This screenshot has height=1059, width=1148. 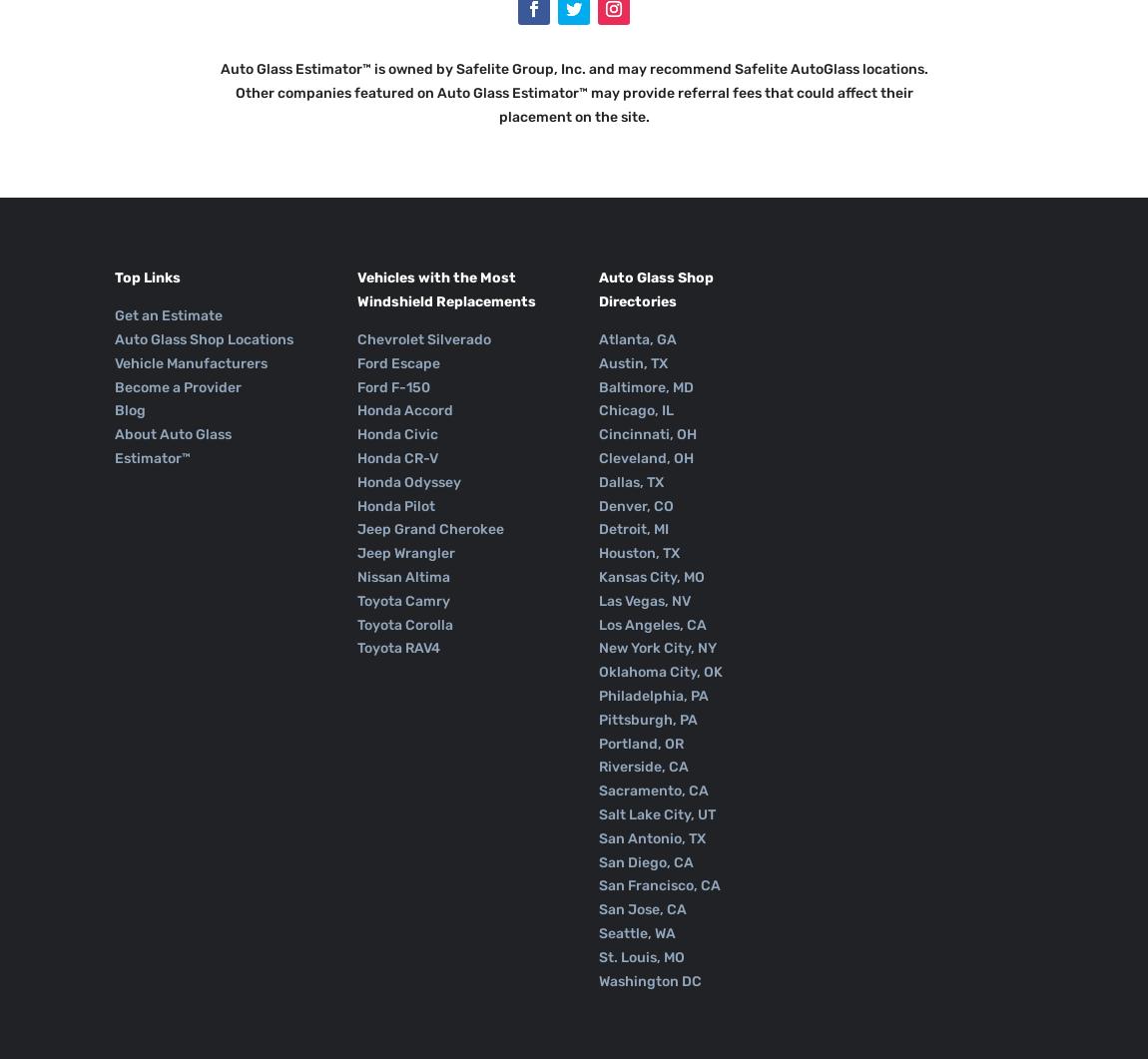 I want to click on 'About Auto Glass Estimator™', so click(x=172, y=446).